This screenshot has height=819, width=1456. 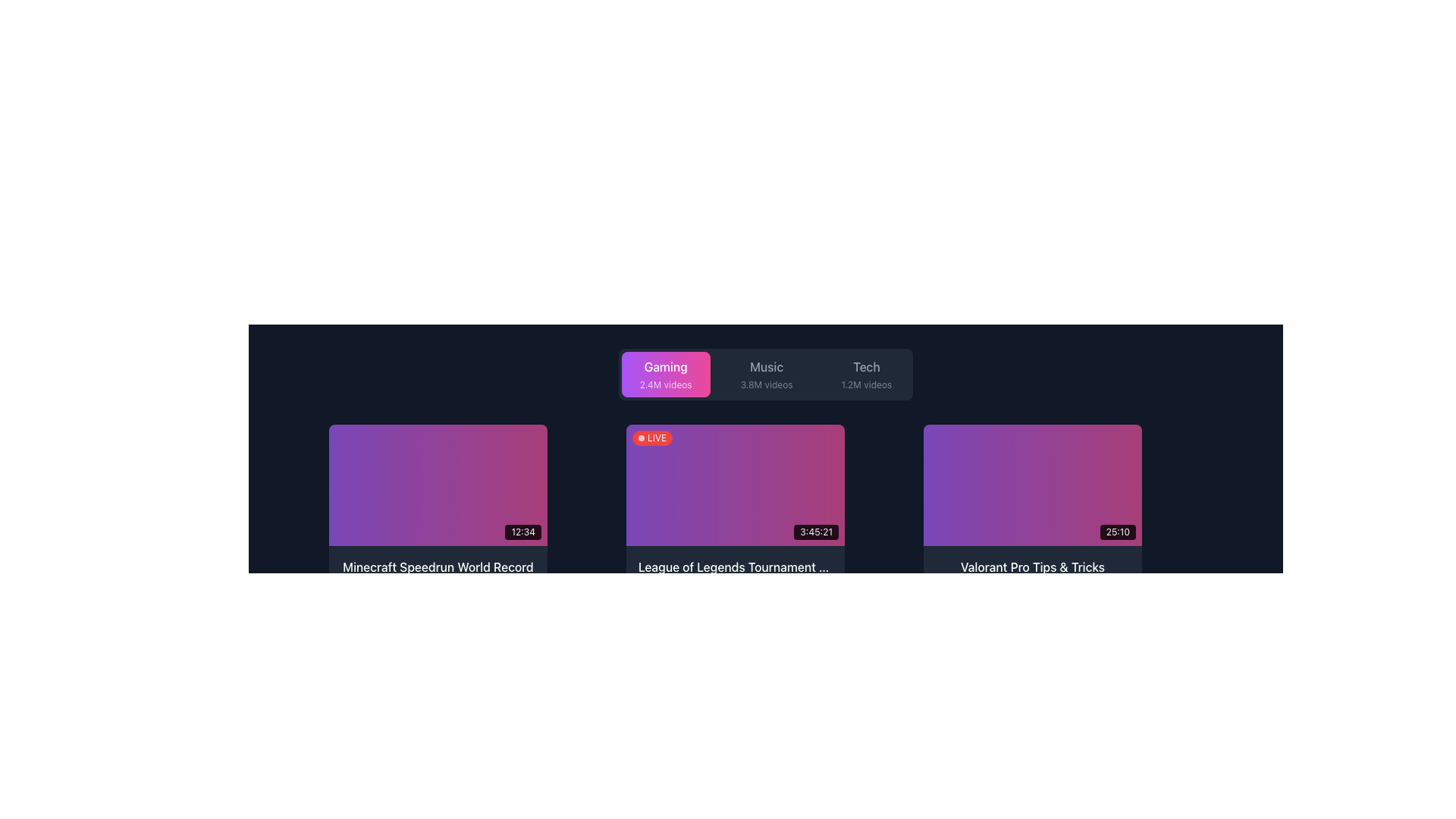 I want to click on text content of the Text label element displaying 'Tech' and '1.2M videos', which is the third in a group of three elements aligned horizontally, so click(x=866, y=374).